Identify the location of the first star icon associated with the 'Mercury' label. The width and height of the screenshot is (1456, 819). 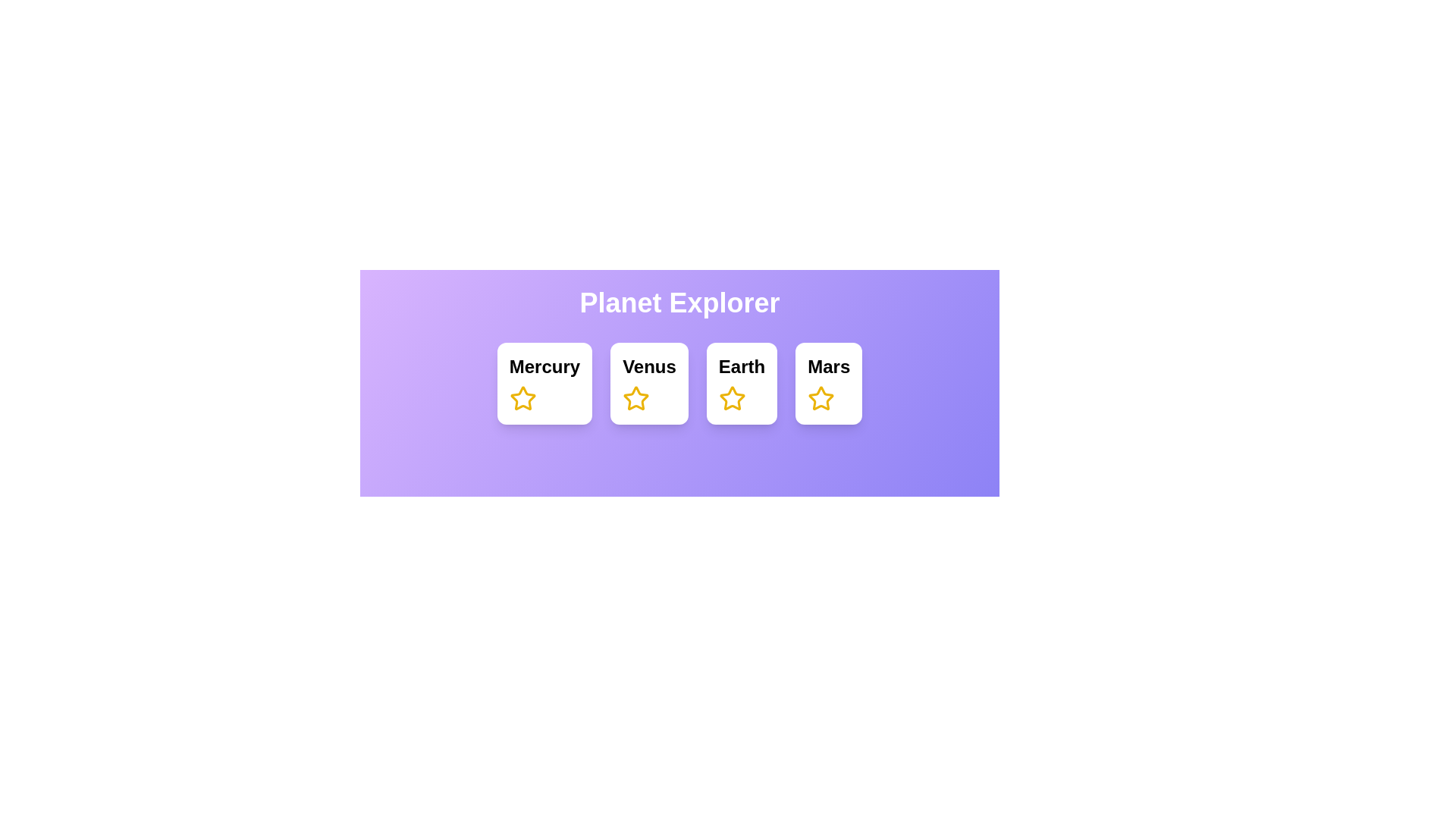
(522, 397).